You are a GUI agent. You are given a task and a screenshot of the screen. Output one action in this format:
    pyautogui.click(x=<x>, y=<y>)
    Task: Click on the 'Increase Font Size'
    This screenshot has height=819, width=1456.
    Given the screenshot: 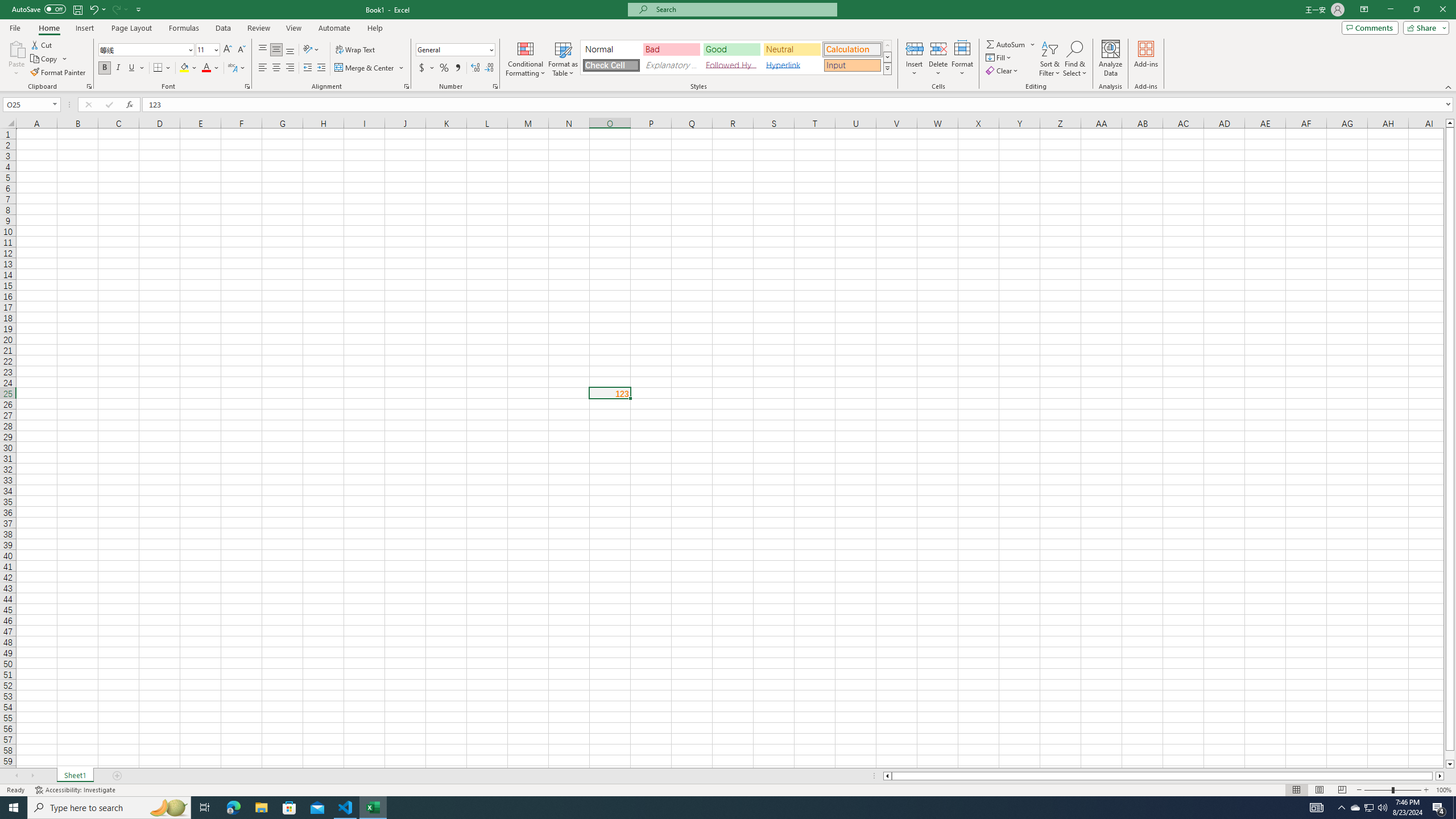 What is the action you would take?
    pyautogui.click(x=227, y=49)
    